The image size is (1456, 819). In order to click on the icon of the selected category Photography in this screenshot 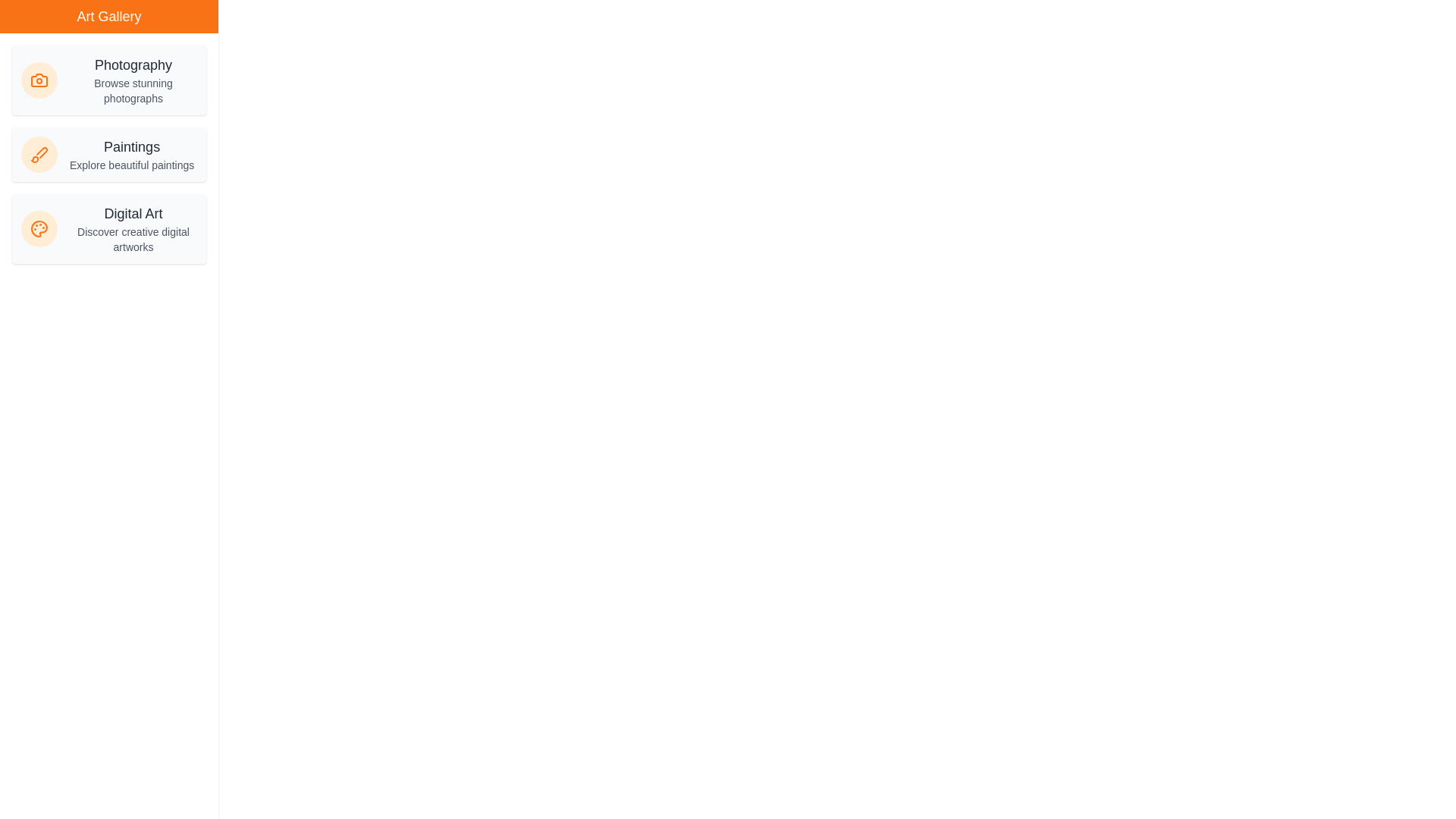, I will do `click(39, 80)`.